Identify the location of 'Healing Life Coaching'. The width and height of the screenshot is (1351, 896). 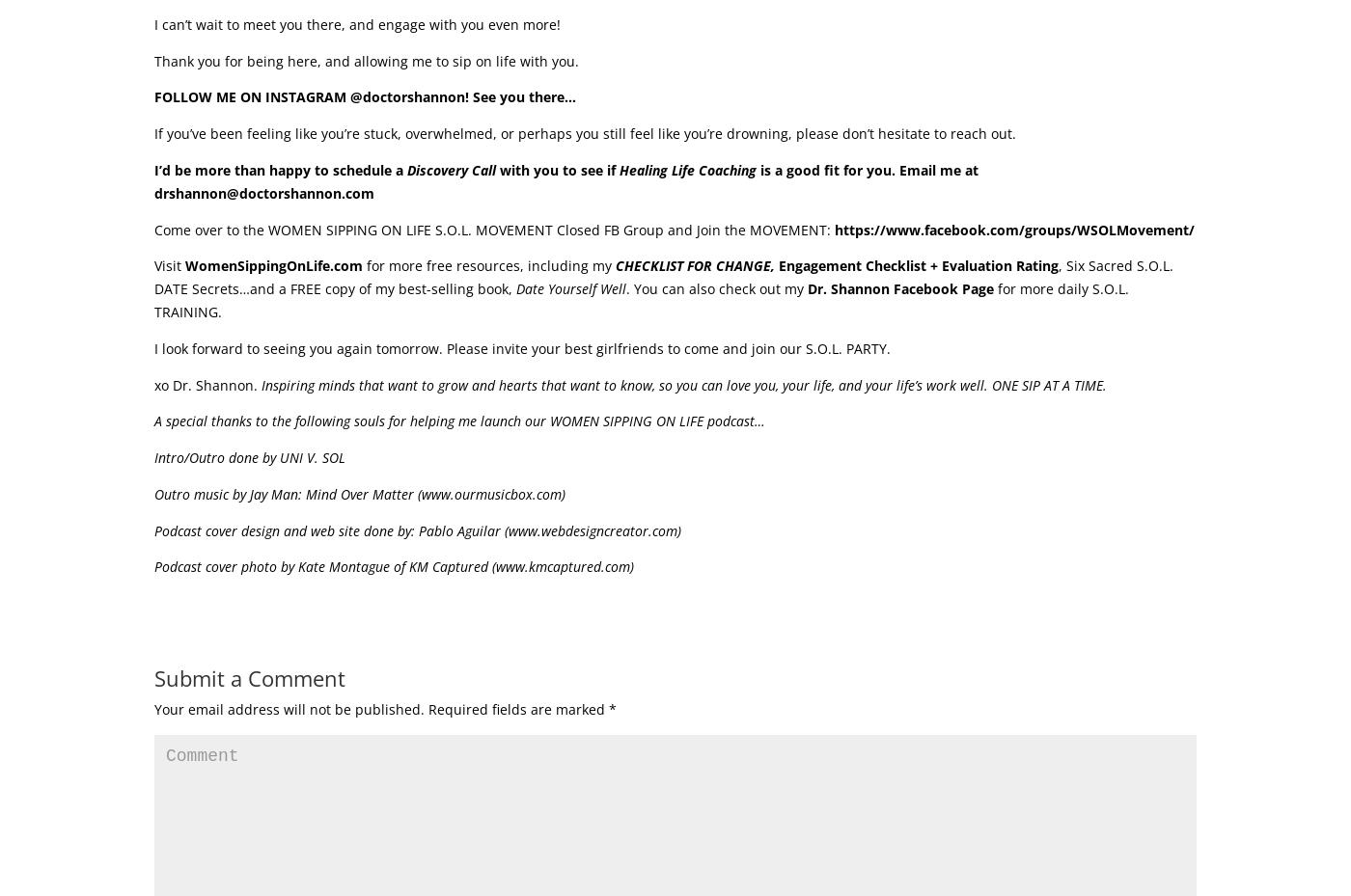
(687, 169).